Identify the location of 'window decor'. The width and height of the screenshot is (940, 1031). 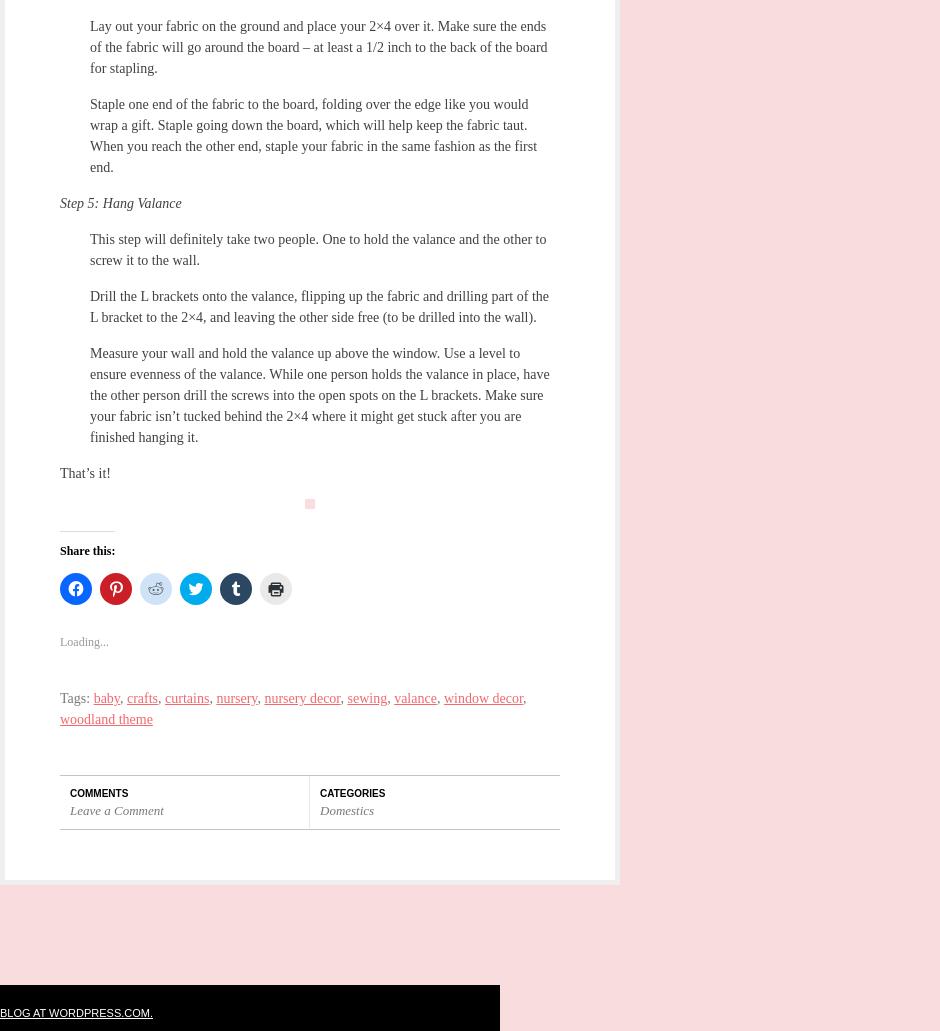
(482, 698).